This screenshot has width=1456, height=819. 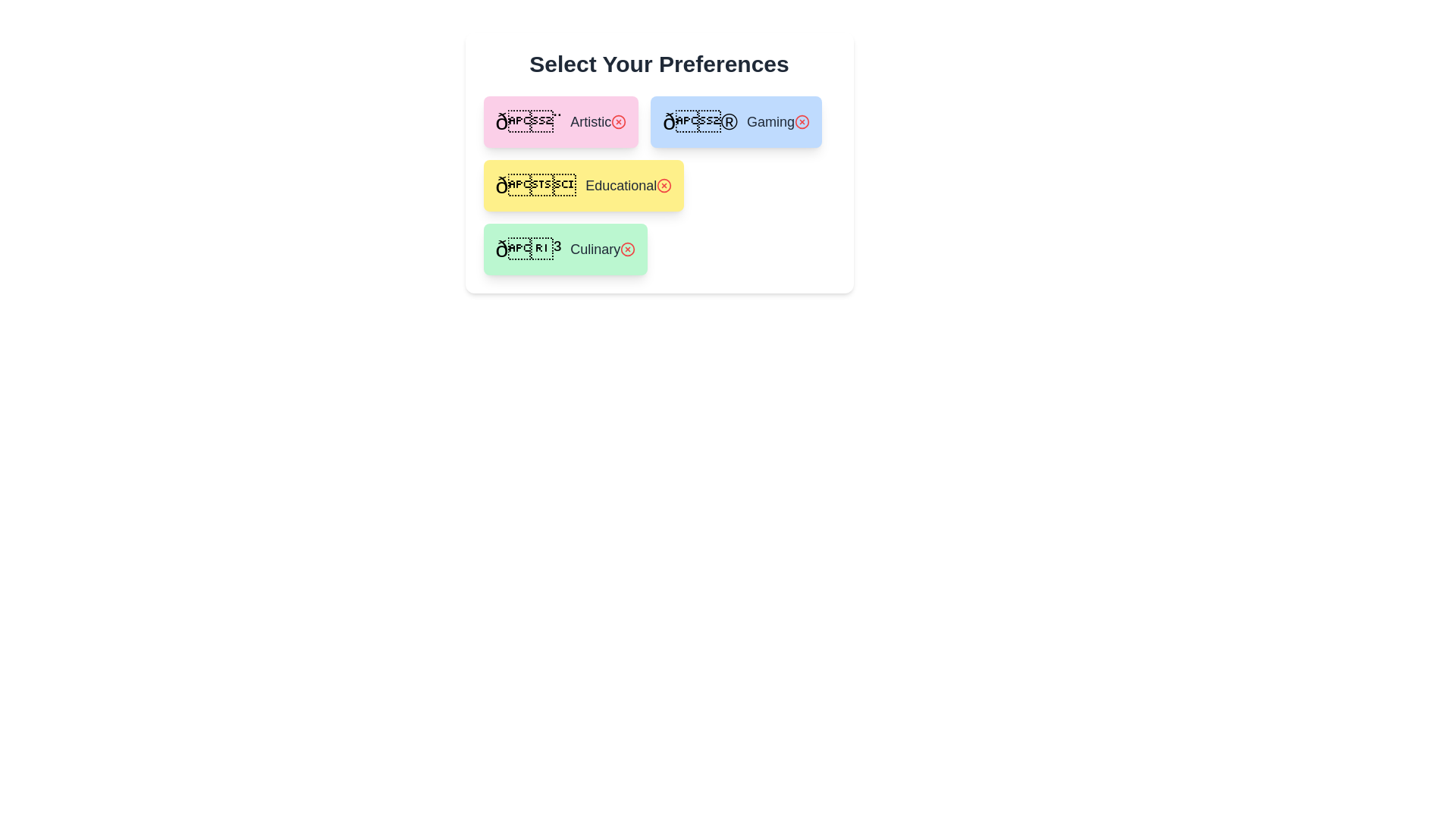 I want to click on remove button for the preference labeled Educational, so click(x=664, y=185).